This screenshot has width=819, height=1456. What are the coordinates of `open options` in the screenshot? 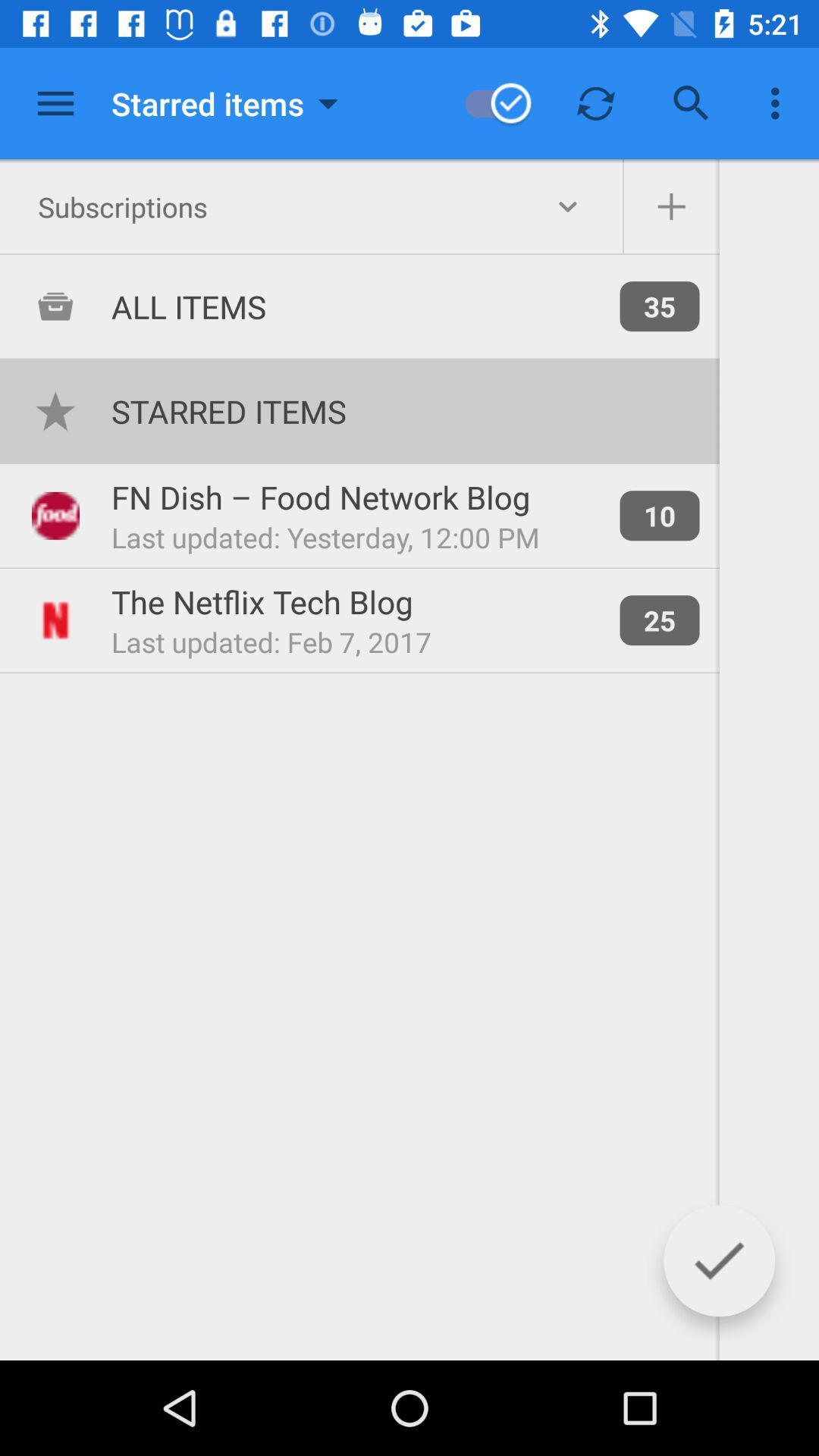 It's located at (55, 102).